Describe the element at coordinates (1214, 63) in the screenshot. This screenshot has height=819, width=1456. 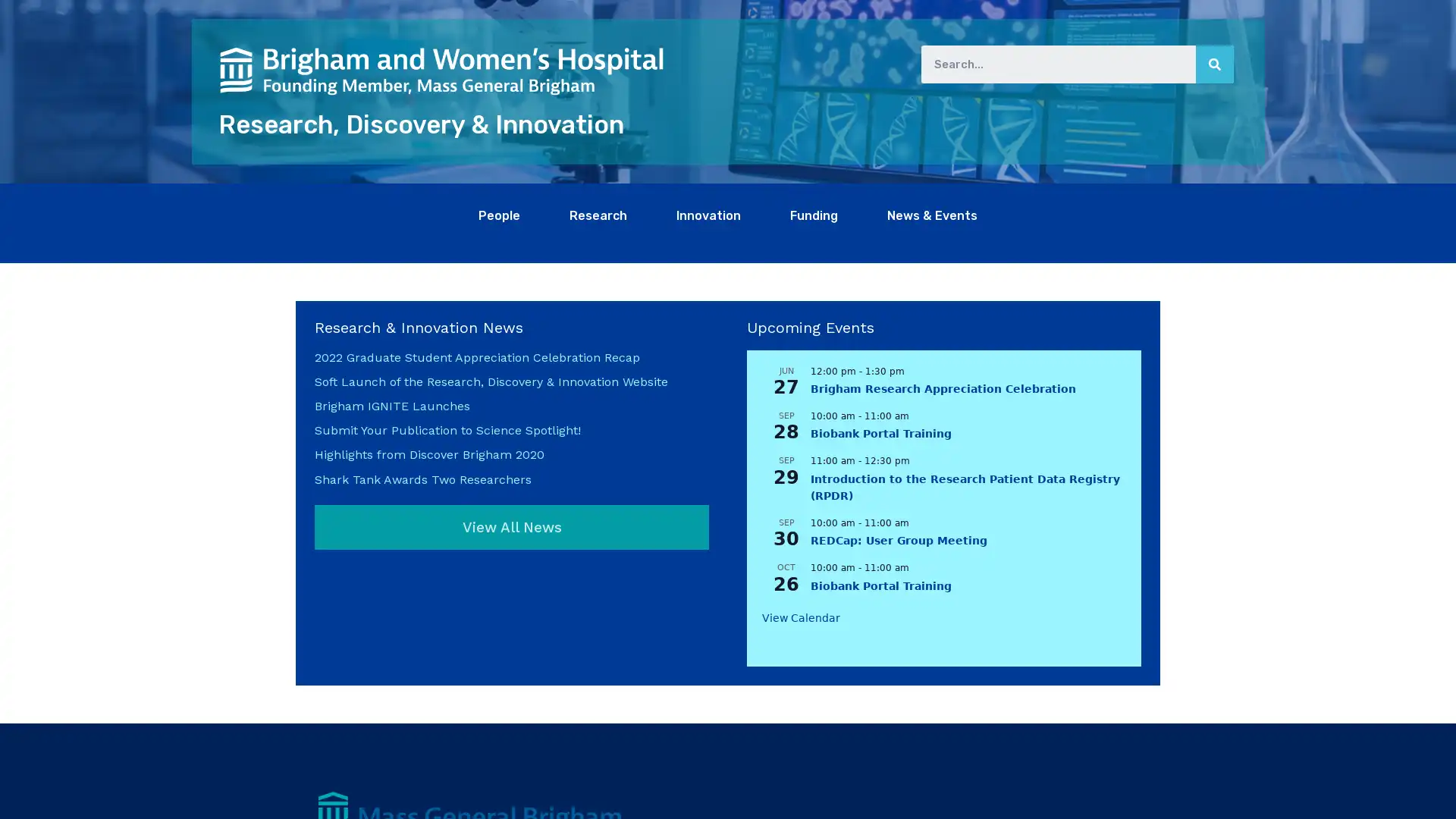
I see `Search` at that location.